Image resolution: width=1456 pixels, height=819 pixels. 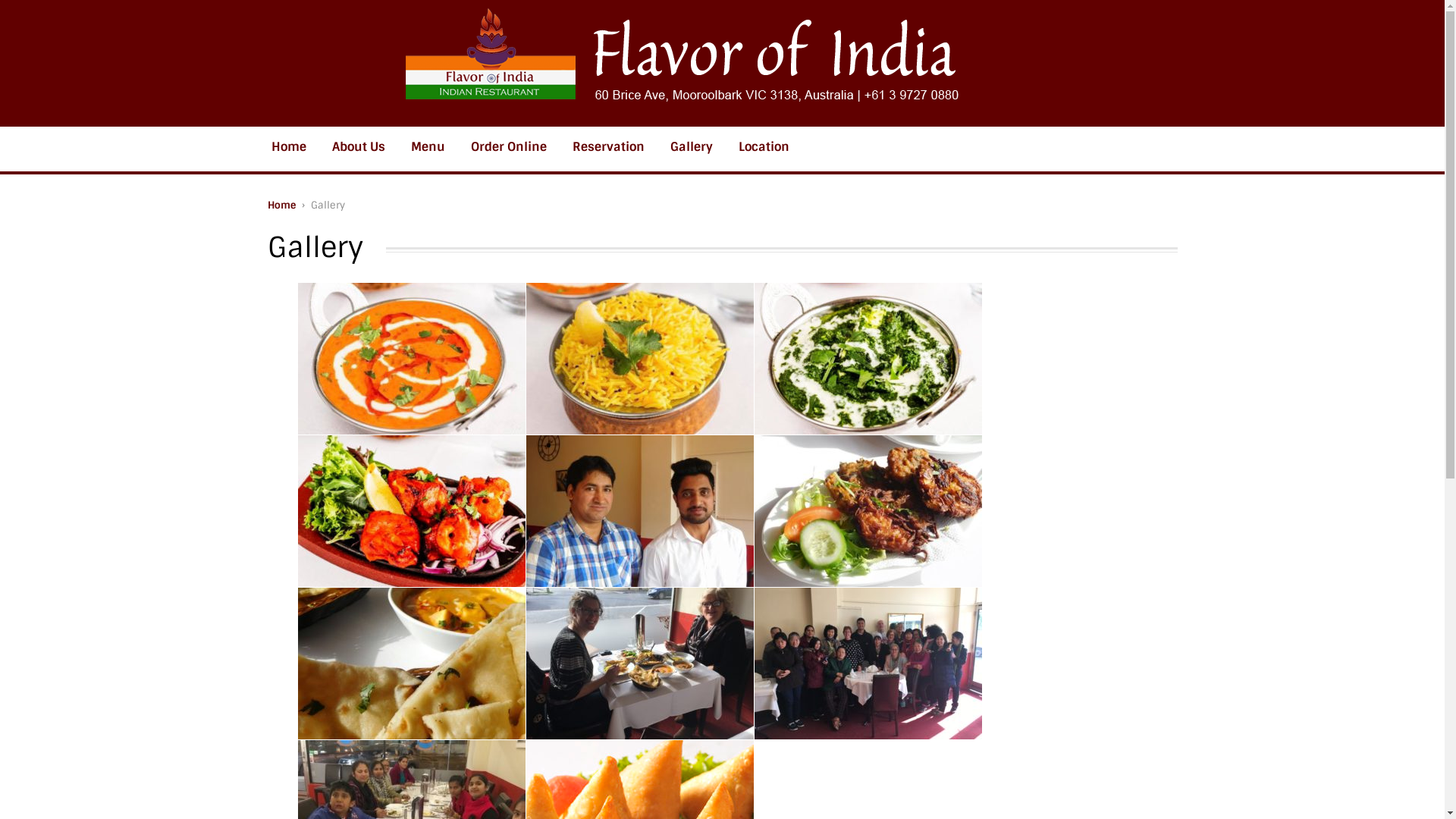 What do you see at coordinates (608, 146) in the screenshot?
I see `'Reservation'` at bounding box center [608, 146].